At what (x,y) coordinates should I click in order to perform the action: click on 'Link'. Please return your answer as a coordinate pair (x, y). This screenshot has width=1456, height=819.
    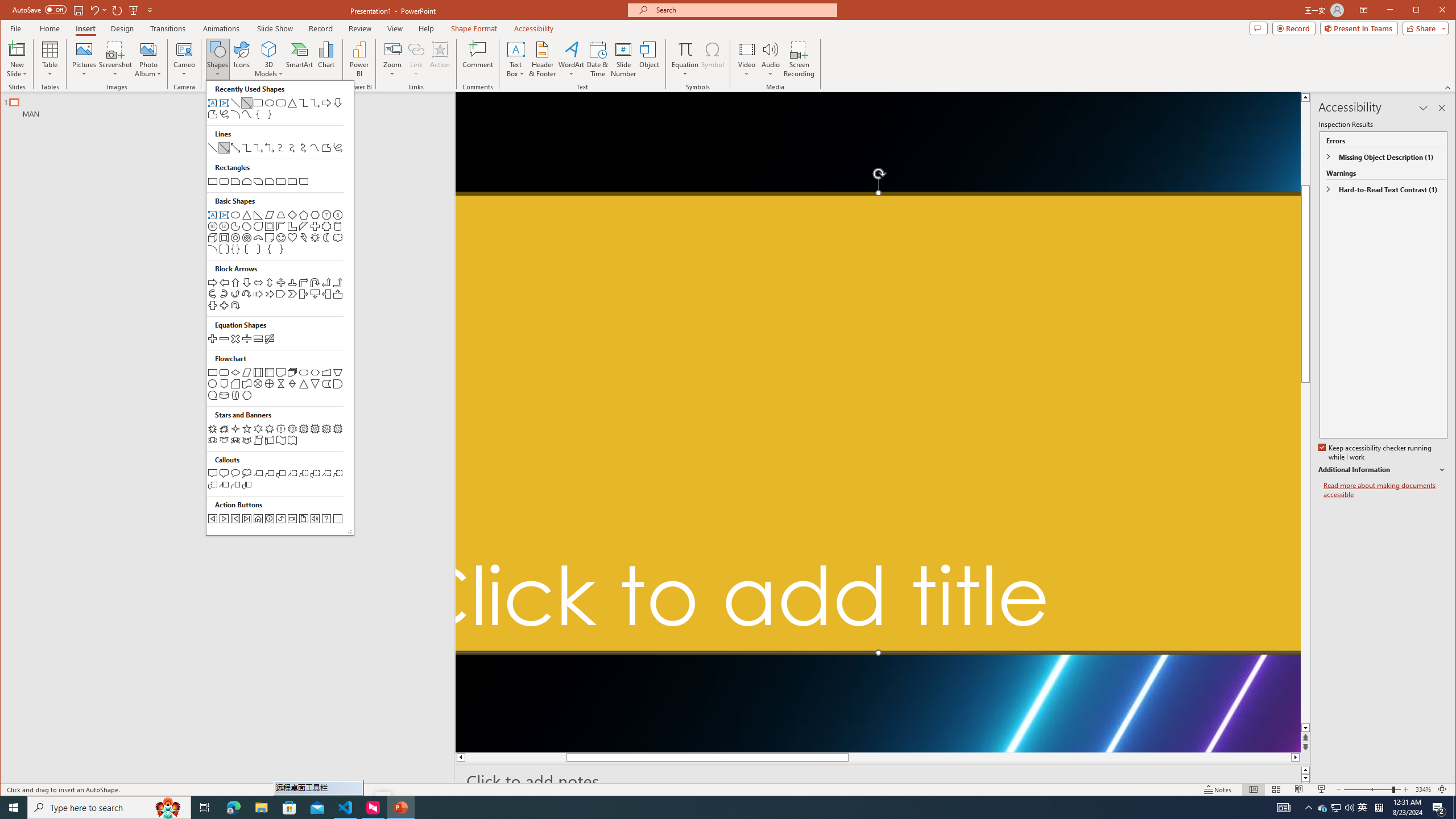
    Looking at the image, I should click on (416, 48).